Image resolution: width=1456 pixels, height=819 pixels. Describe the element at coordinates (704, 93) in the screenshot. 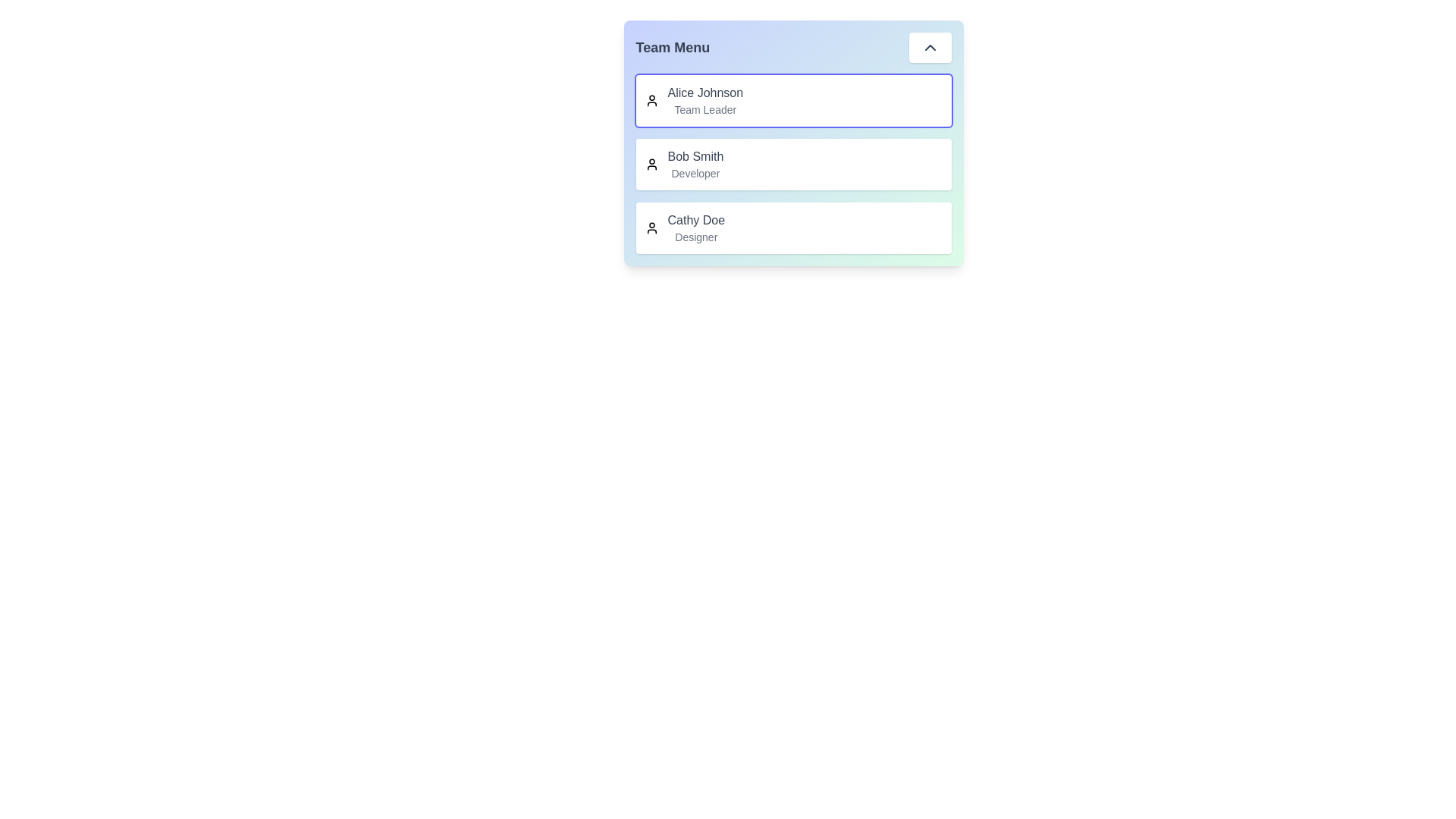

I see `the team member Alice Johnson to view their role` at that location.